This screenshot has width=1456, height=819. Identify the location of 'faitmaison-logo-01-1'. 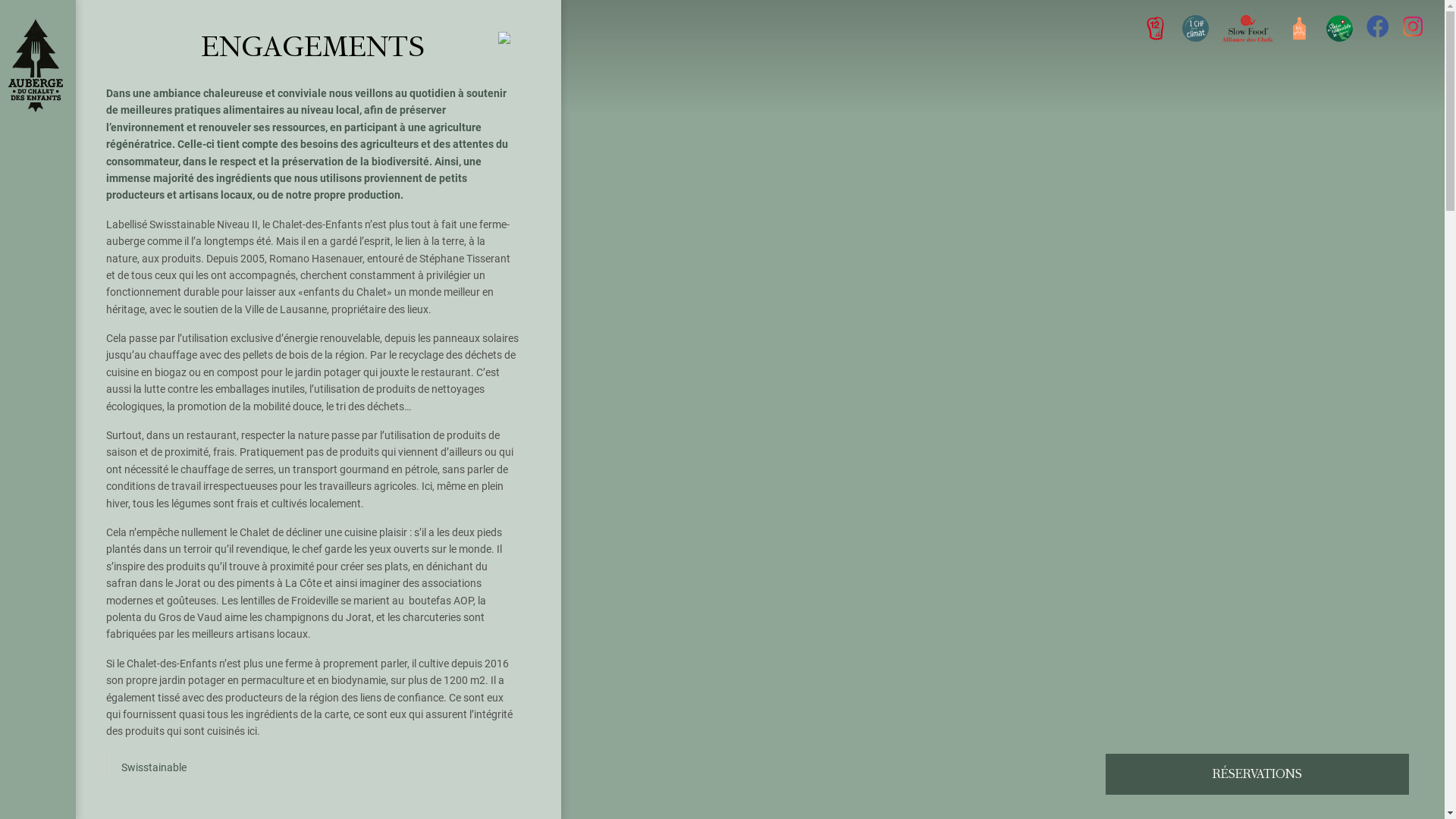
(1298, 28).